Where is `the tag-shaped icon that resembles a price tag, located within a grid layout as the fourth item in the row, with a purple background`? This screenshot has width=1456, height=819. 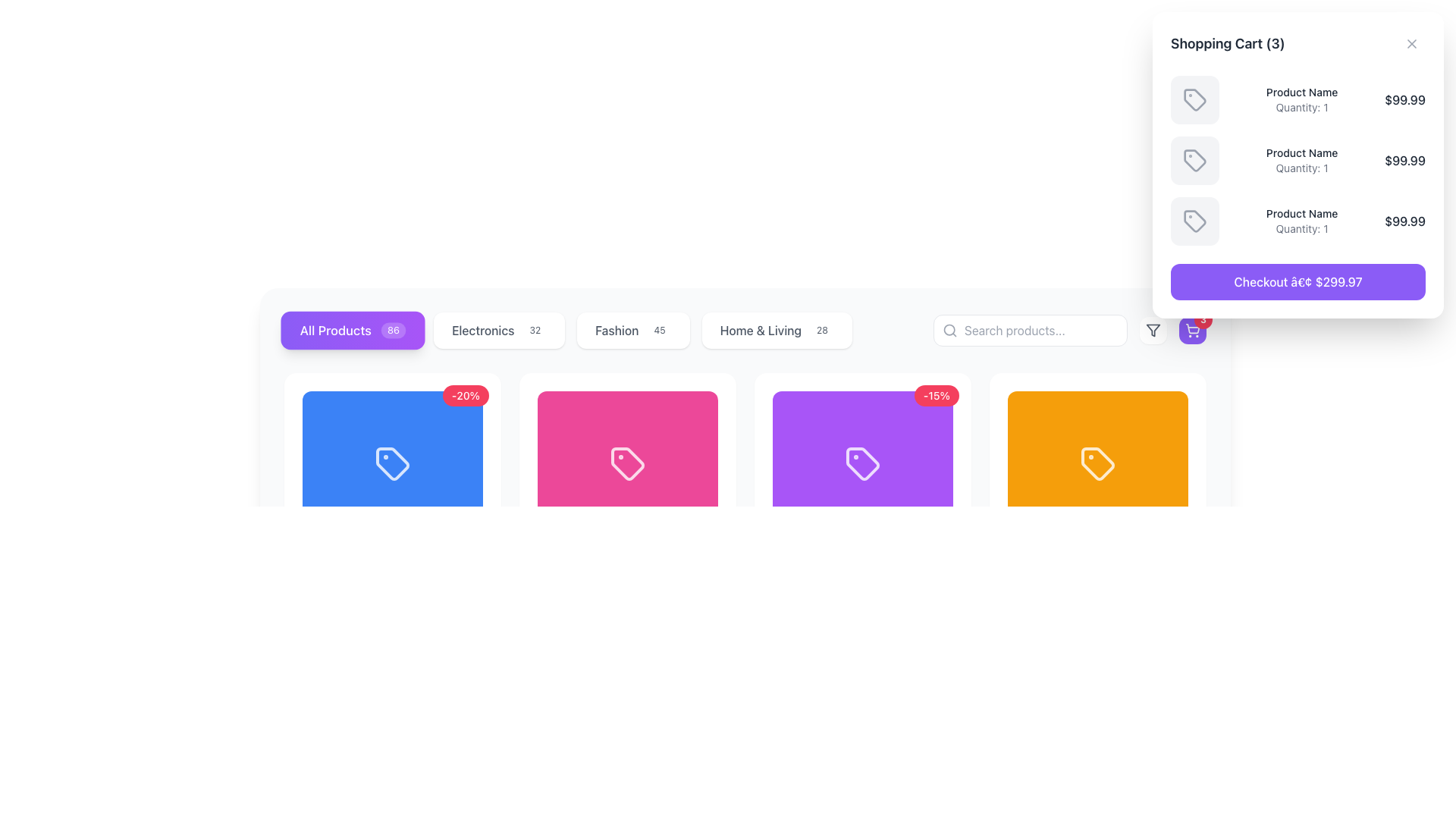 the tag-shaped icon that resembles a price tag, located within a grid layout as the fourth item in the row, with a purple background is located at coordinates (862, 463).